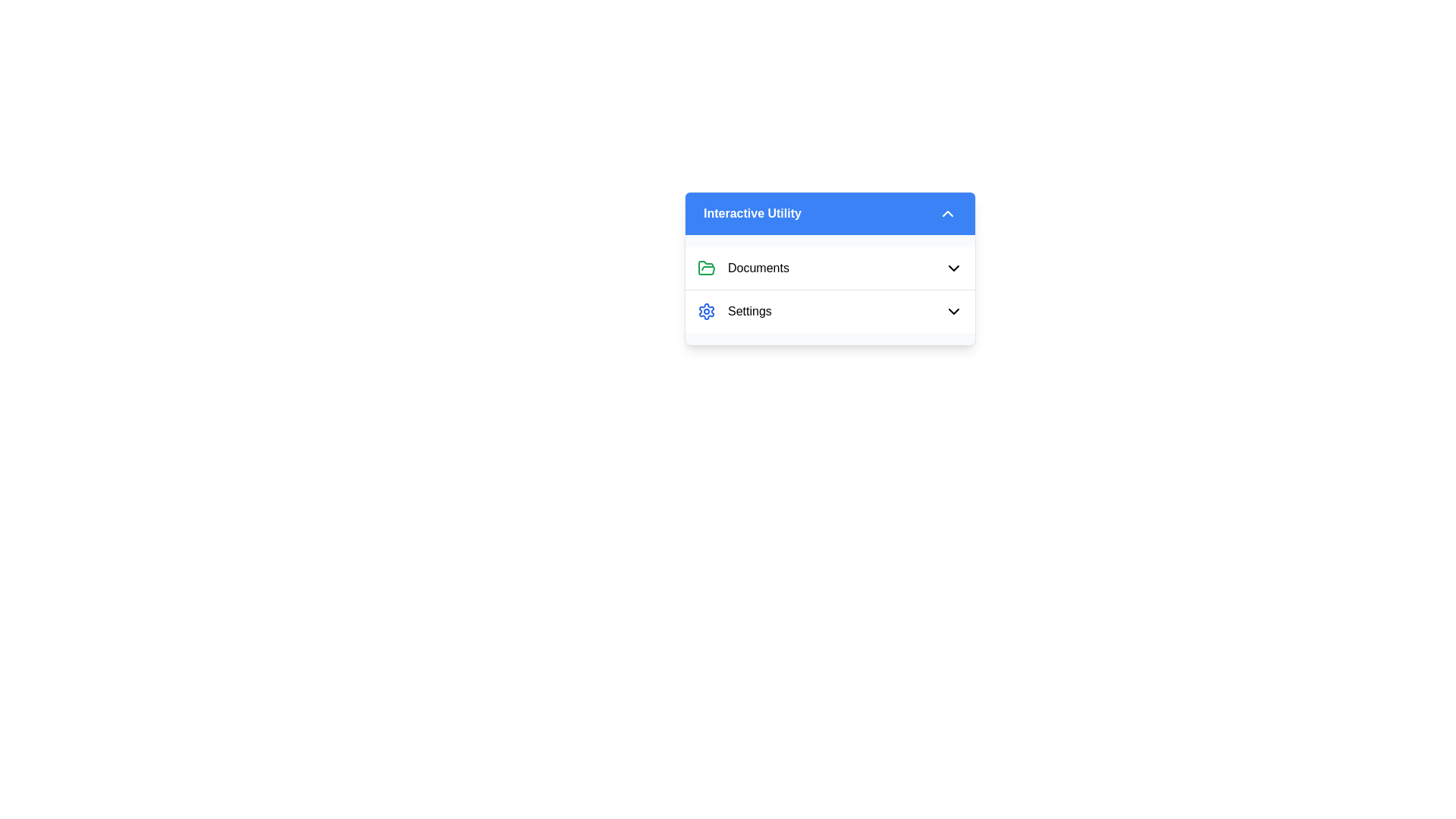 This screenshot has height=819, width=1456. What do you see at coordinates (705, 268) in the screenshot?
I see `the 'Documents' icon in the top row of the 'Interactive Utility' dropdown panel, which is the first icon to the left of the text 'Documents'` at bounding box center [705, 268].